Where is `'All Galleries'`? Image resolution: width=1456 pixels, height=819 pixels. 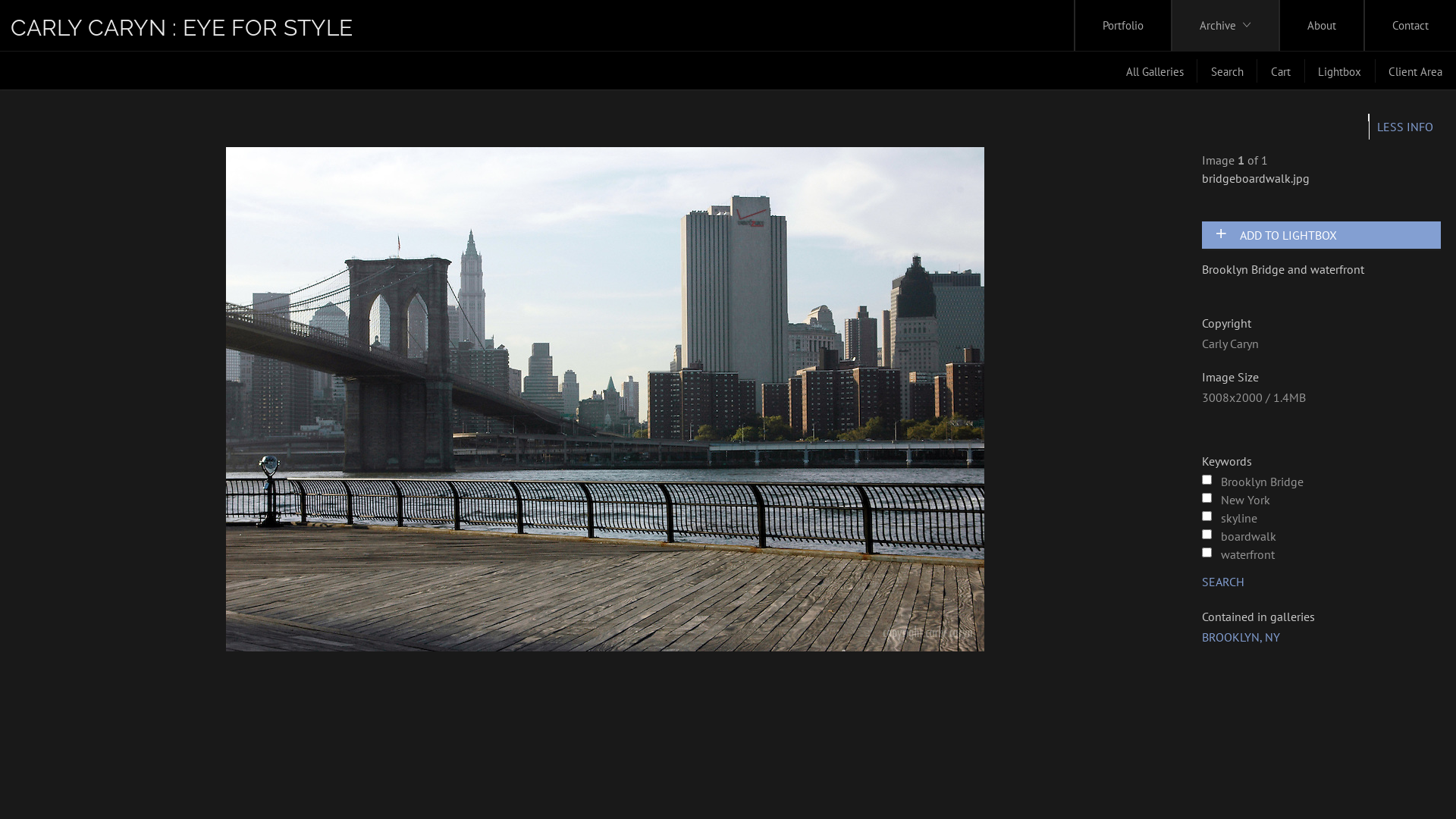
'All Galleries' is located at coordinates (1153, 71).